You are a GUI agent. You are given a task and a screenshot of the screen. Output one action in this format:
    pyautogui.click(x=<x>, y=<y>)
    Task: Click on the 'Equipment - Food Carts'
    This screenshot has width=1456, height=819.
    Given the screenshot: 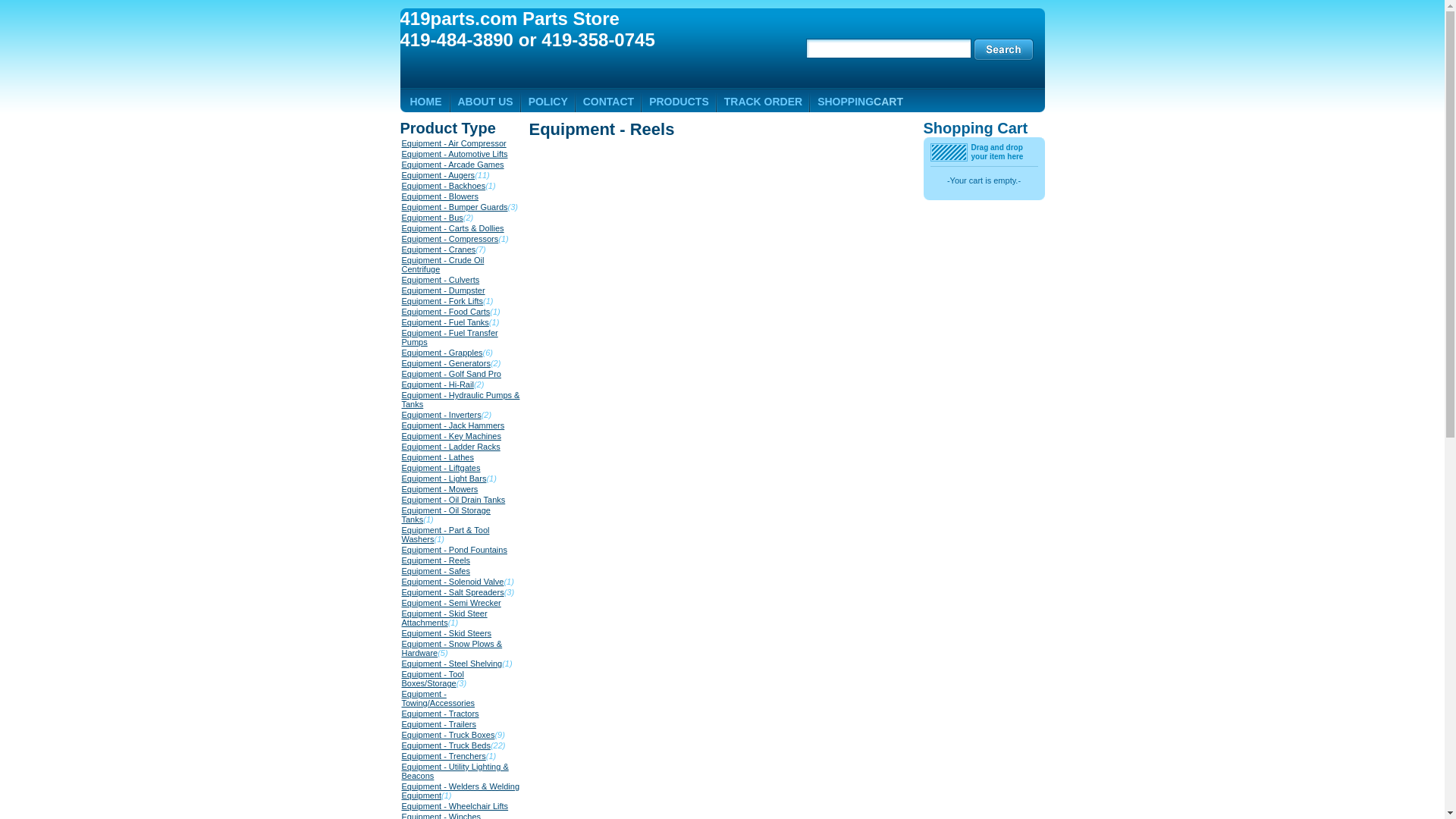 What is the action you would take?
    pyautogui.click(x=445, y=311)
    